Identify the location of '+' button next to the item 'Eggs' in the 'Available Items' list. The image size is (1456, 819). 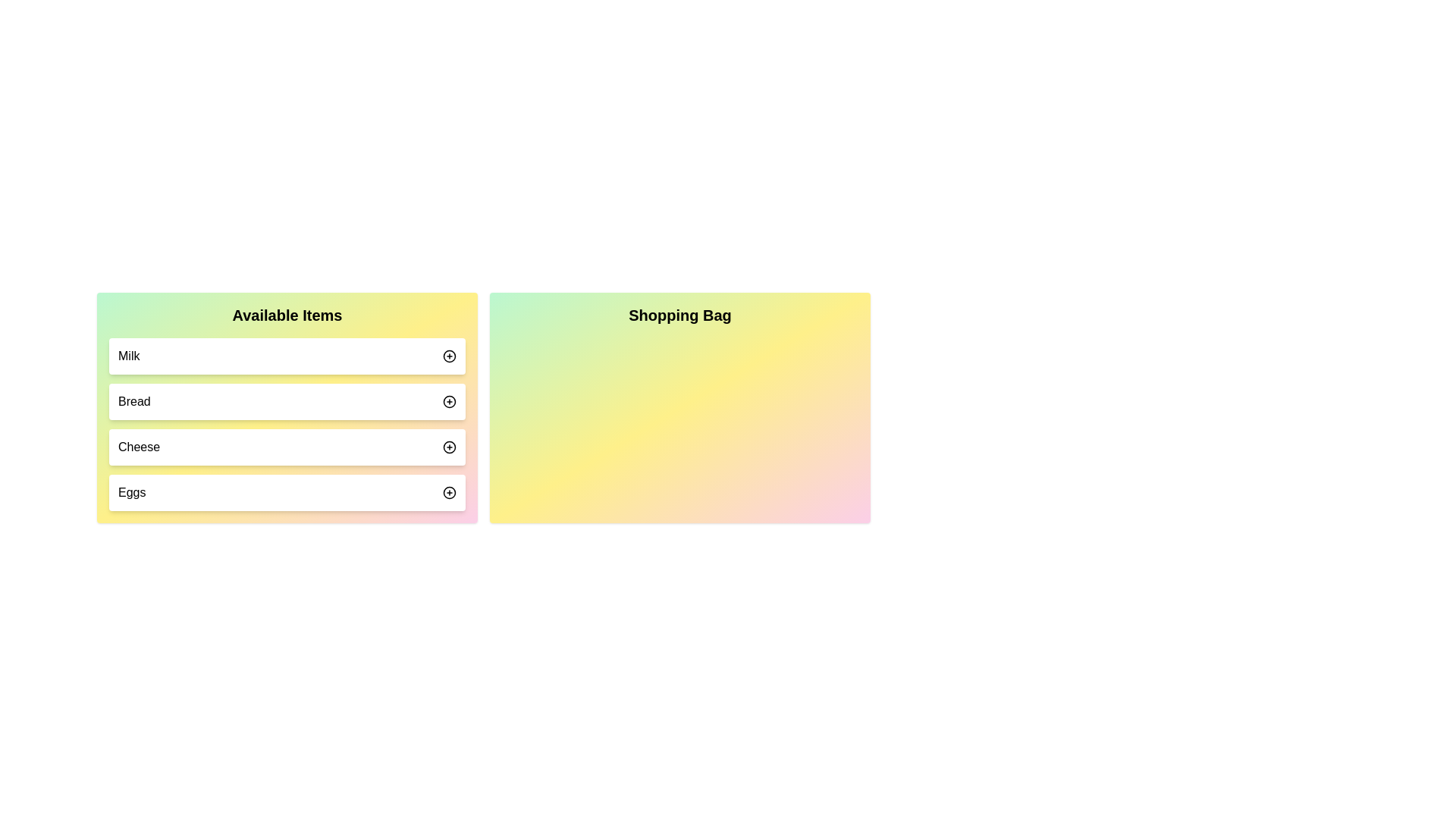
(449, 493).